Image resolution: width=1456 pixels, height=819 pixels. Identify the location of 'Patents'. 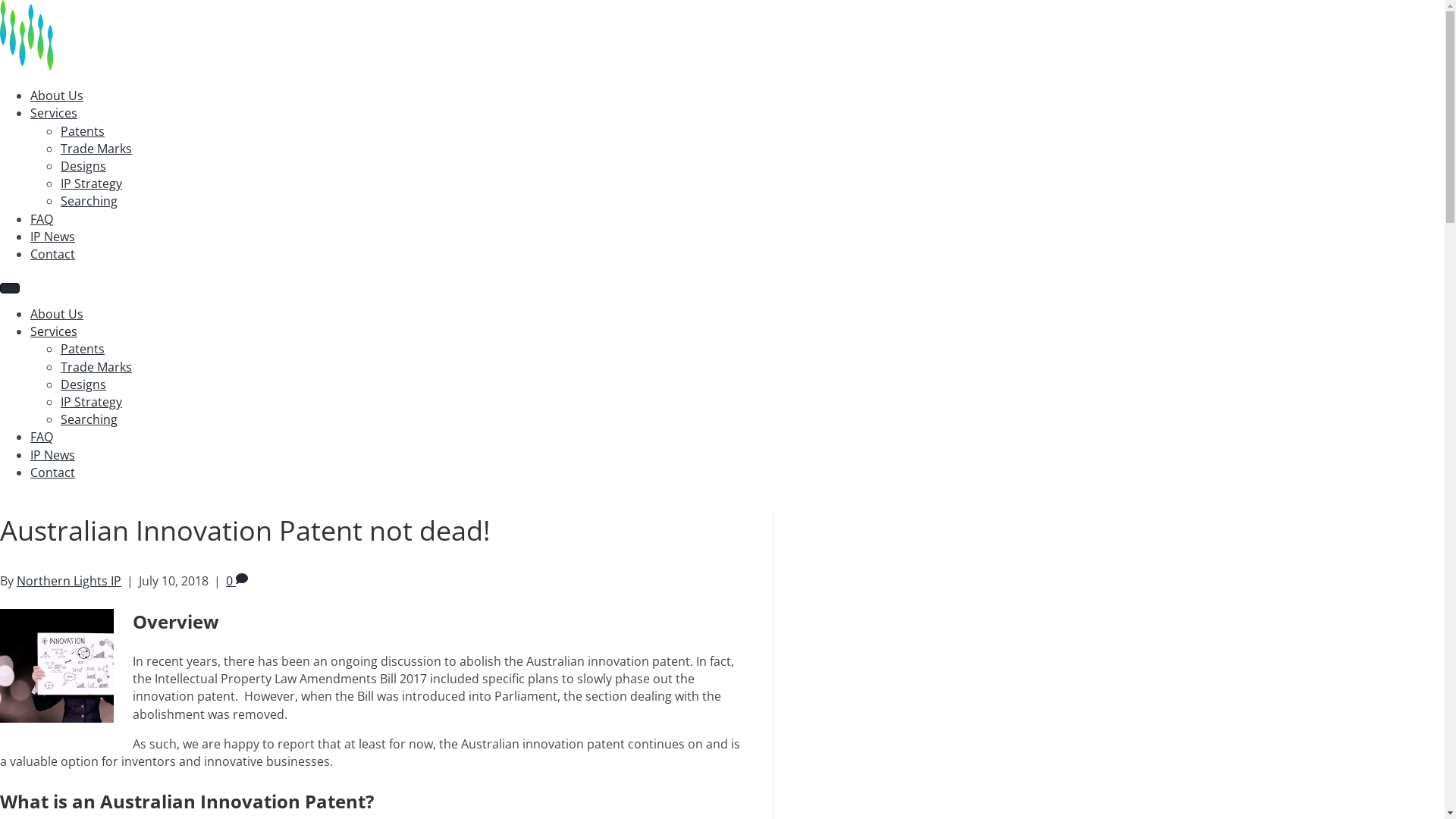
(82, 348).